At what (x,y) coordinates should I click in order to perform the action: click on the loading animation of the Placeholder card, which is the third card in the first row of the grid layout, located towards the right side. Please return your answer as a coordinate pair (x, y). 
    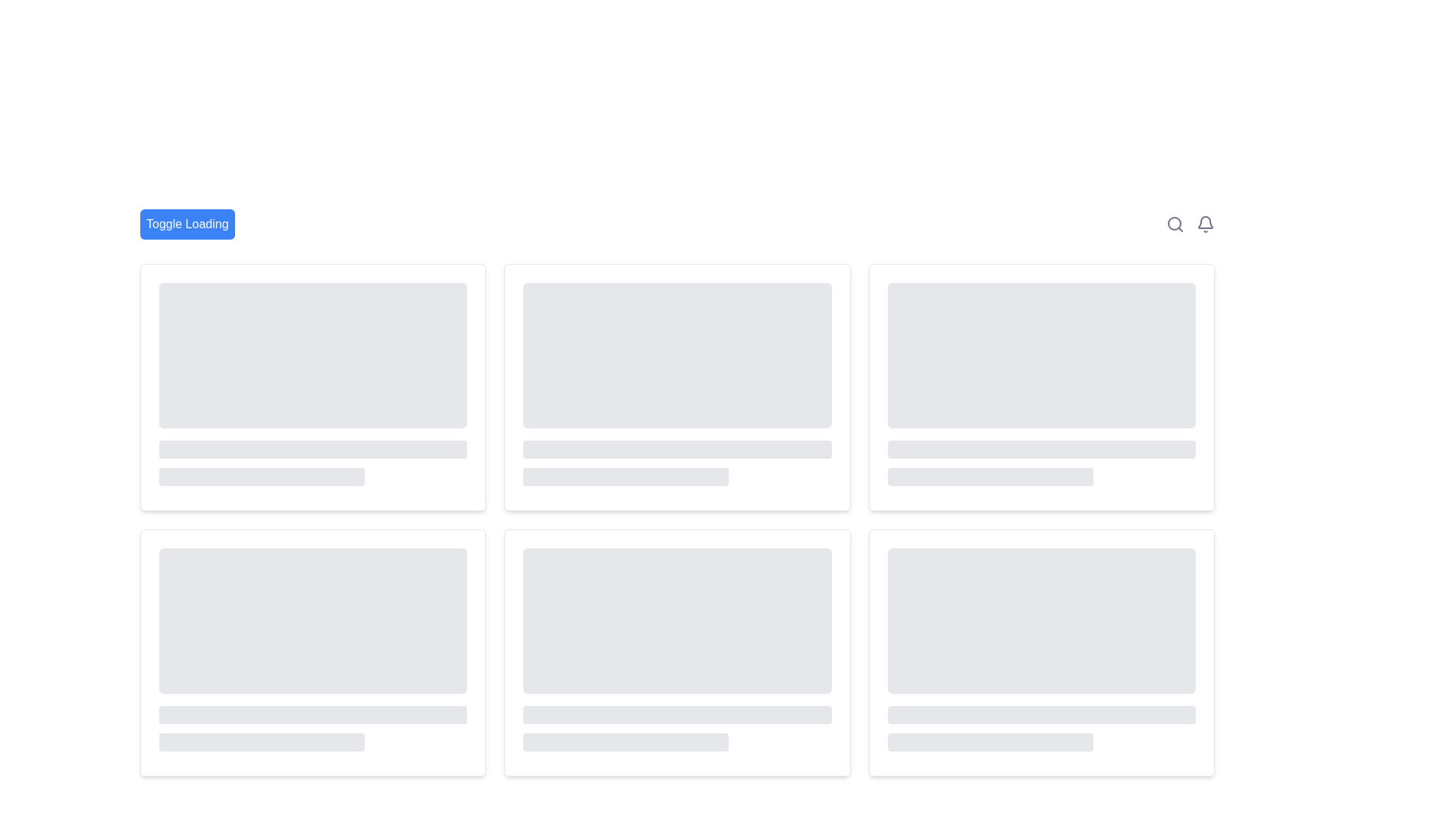
    Looking at the image, I should click on (1040, 386).